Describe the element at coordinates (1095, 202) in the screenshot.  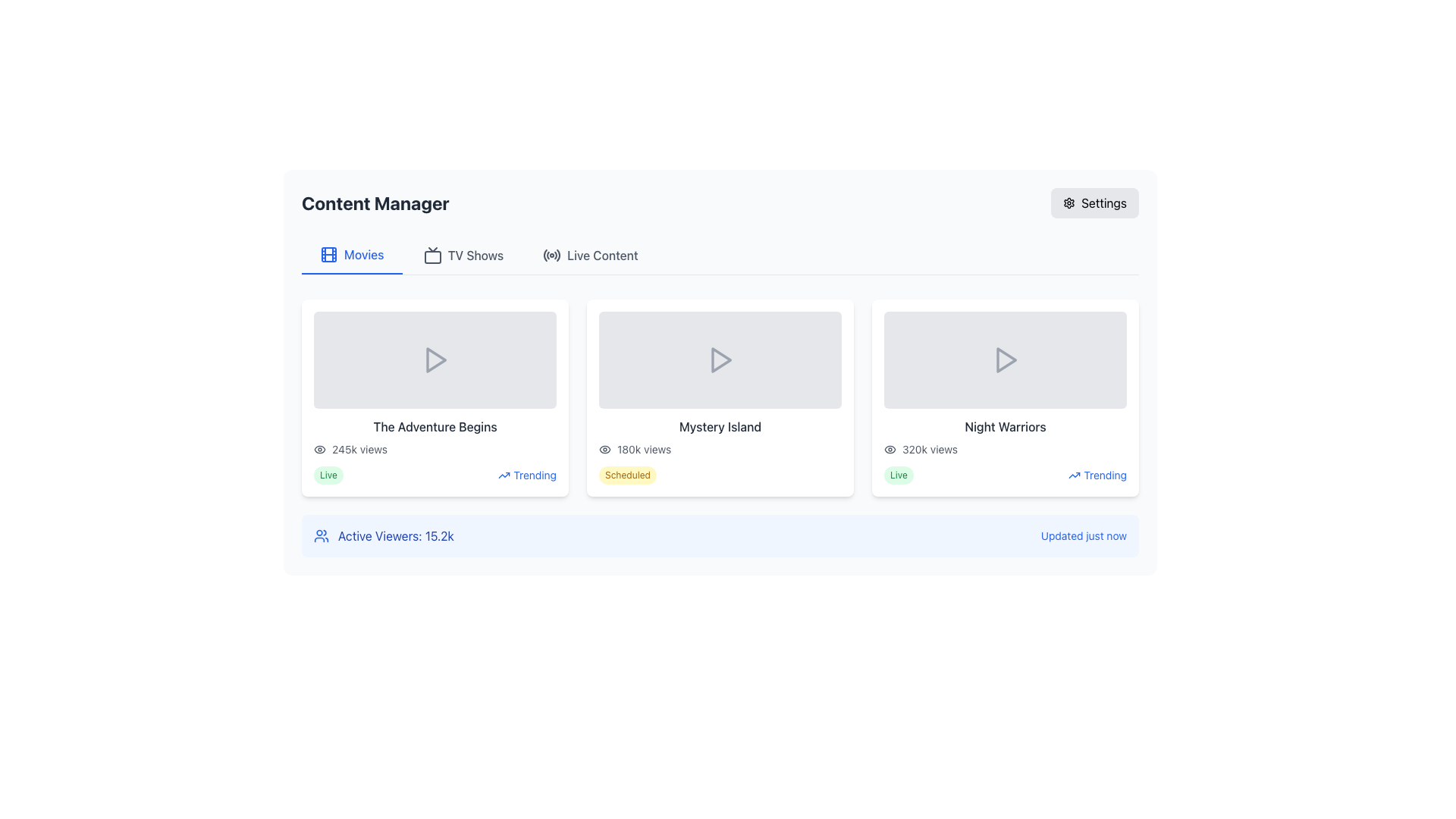
I see `the 'Settings' button located at the top-right corner of the 'Content Manager' section header` at that location.